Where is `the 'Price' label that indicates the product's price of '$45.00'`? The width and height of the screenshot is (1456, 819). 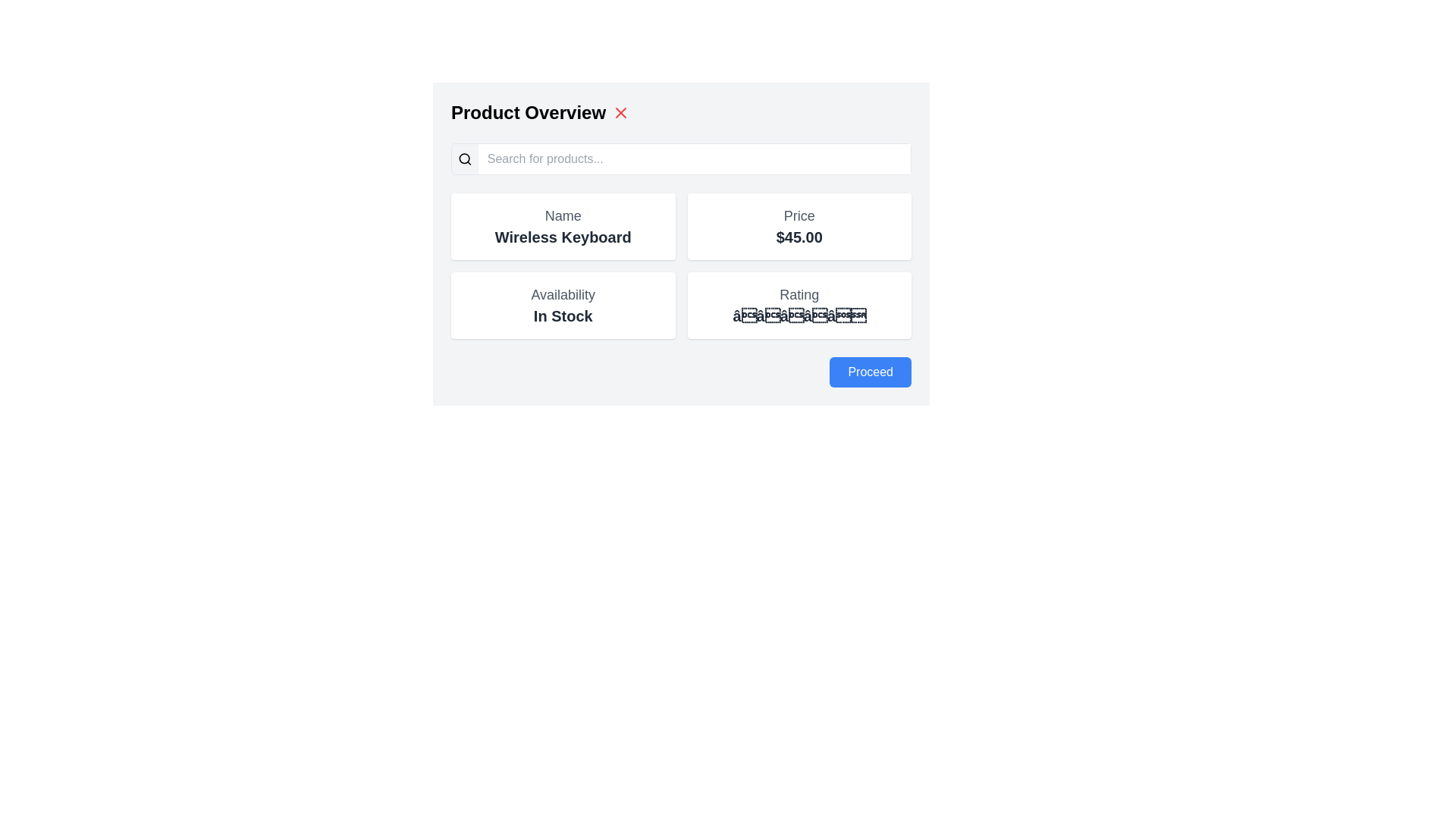
the 'Price' label that indicates the product's price of '$45.00' is located at coordinates (799, 216).